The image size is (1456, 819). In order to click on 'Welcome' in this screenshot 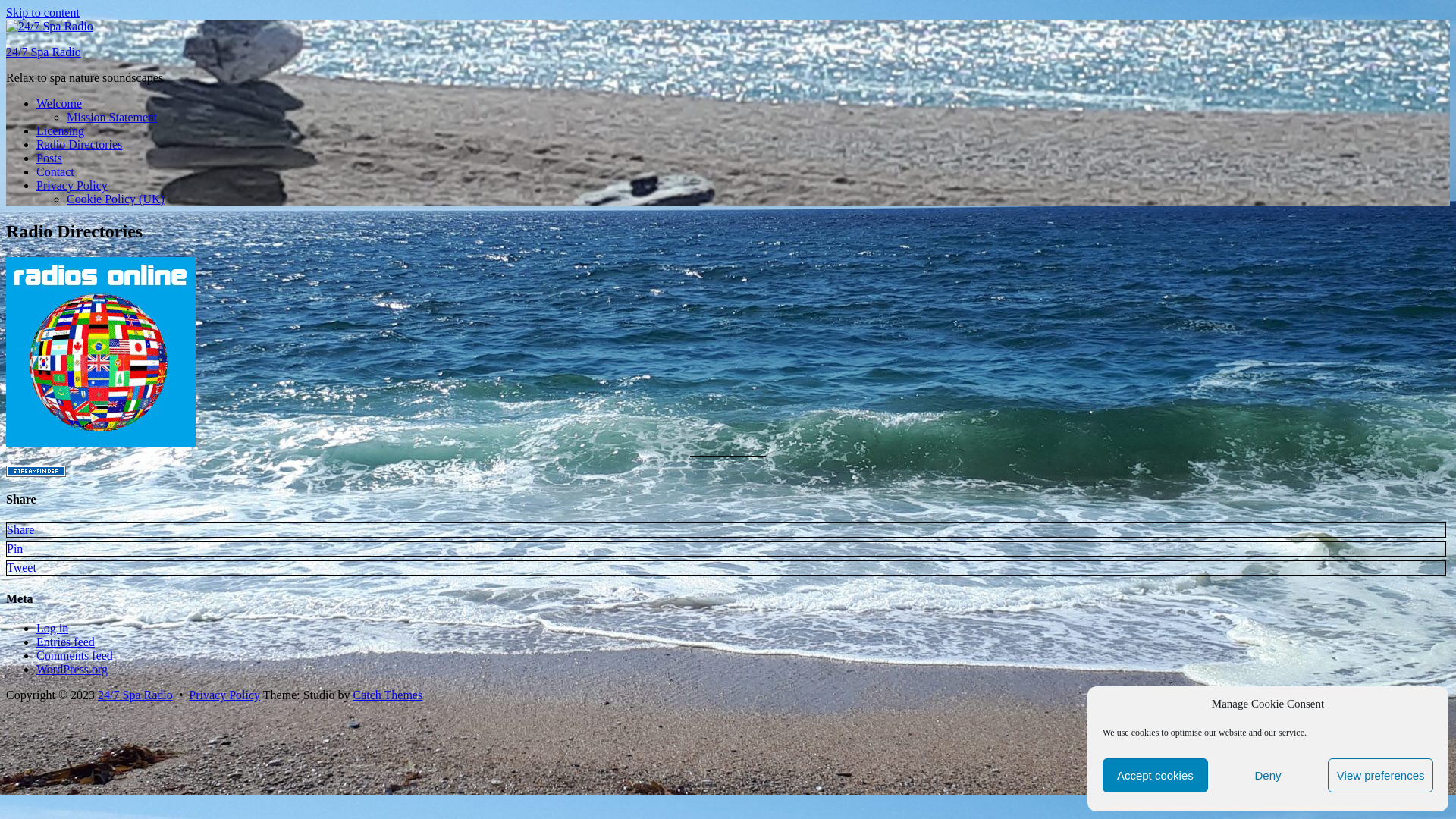, I will do `click(58, 102)`.